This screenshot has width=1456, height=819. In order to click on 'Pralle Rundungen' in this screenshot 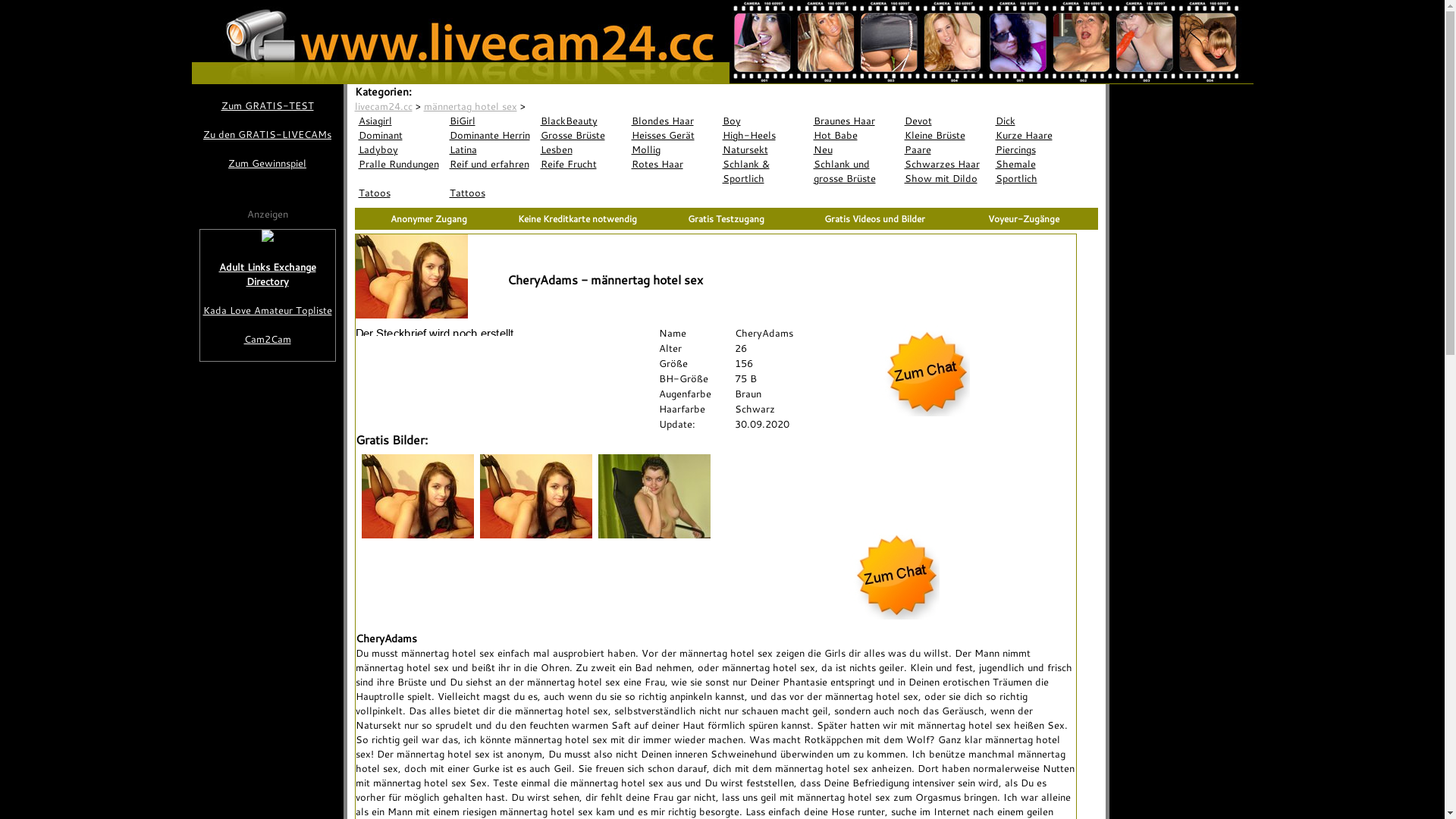, I will do `click(353, 164)`.